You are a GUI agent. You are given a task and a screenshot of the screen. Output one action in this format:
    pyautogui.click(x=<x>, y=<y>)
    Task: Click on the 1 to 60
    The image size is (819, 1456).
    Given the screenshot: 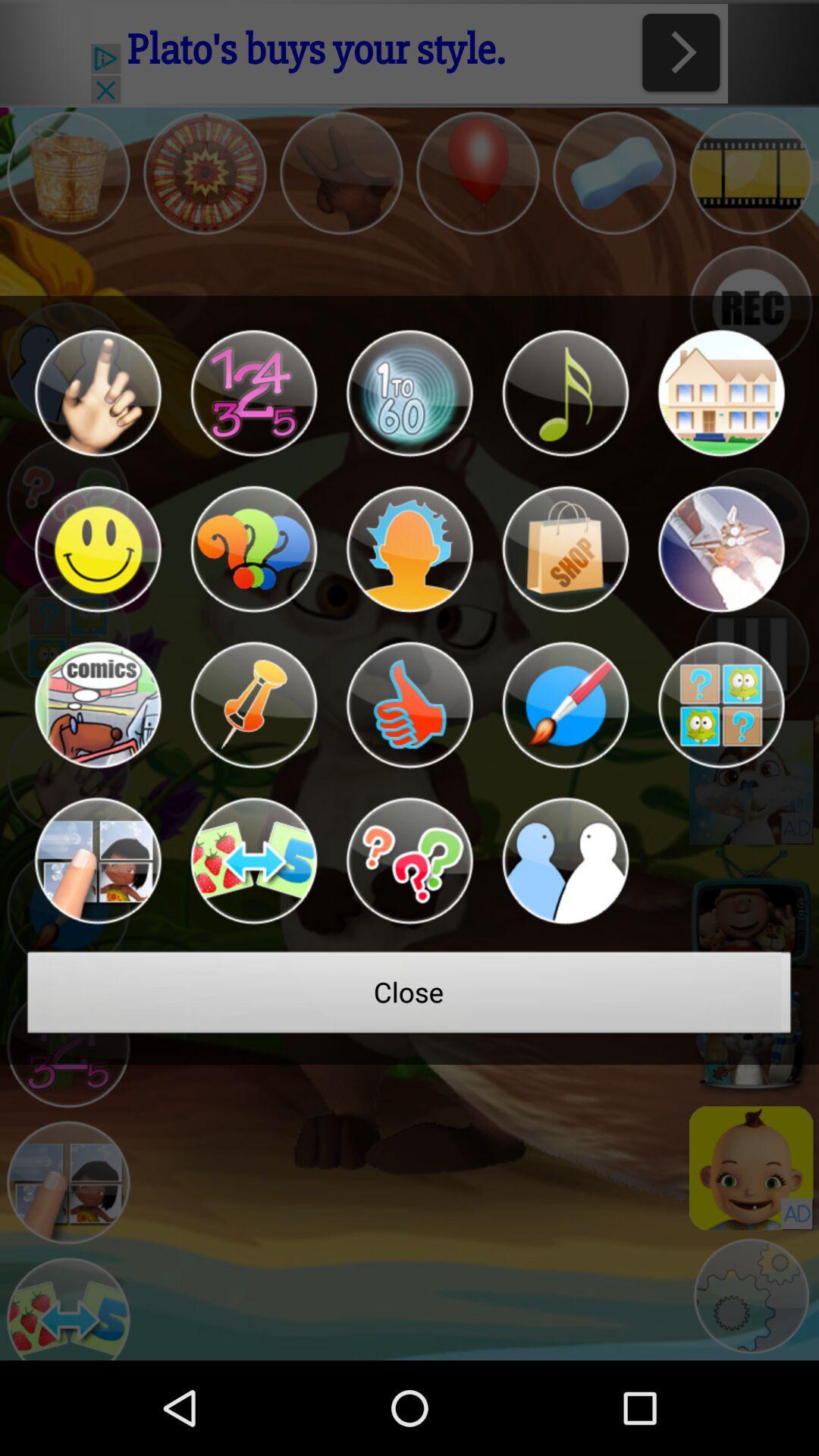 What is the action you would take?
    pyautogui.click(x=409, y=393)
    